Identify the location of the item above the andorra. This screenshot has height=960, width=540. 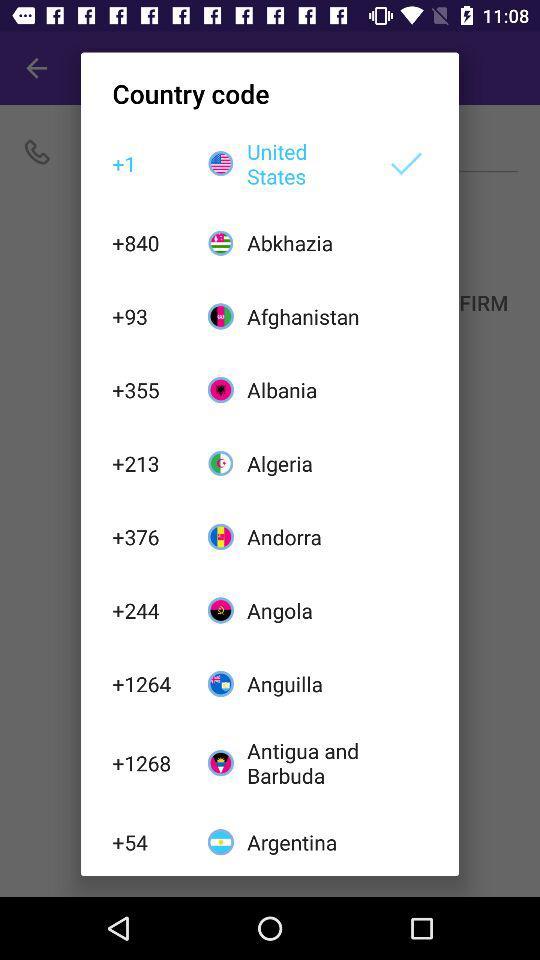
(305, 463).